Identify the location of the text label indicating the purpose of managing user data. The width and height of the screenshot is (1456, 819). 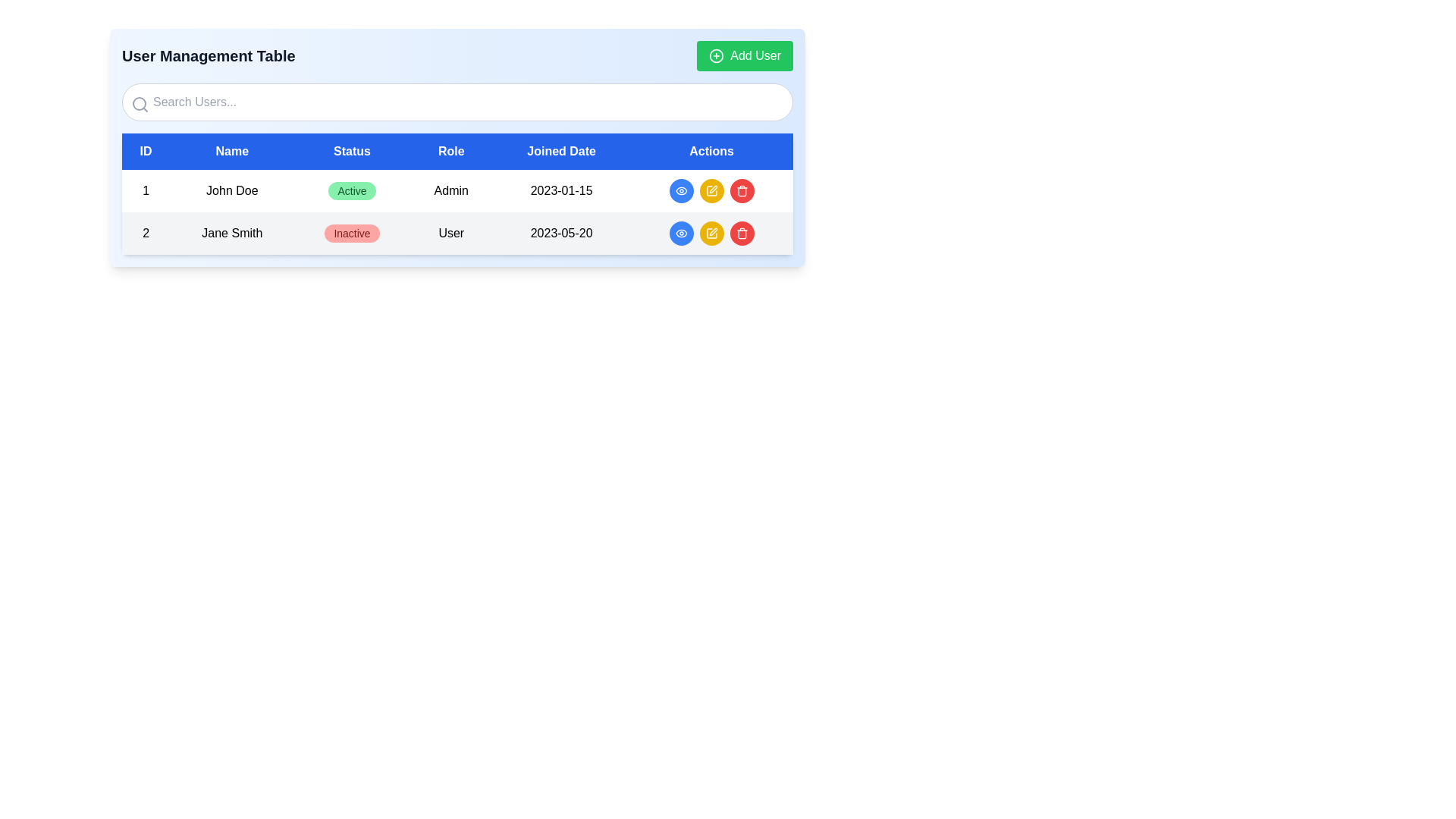
(208, 55).